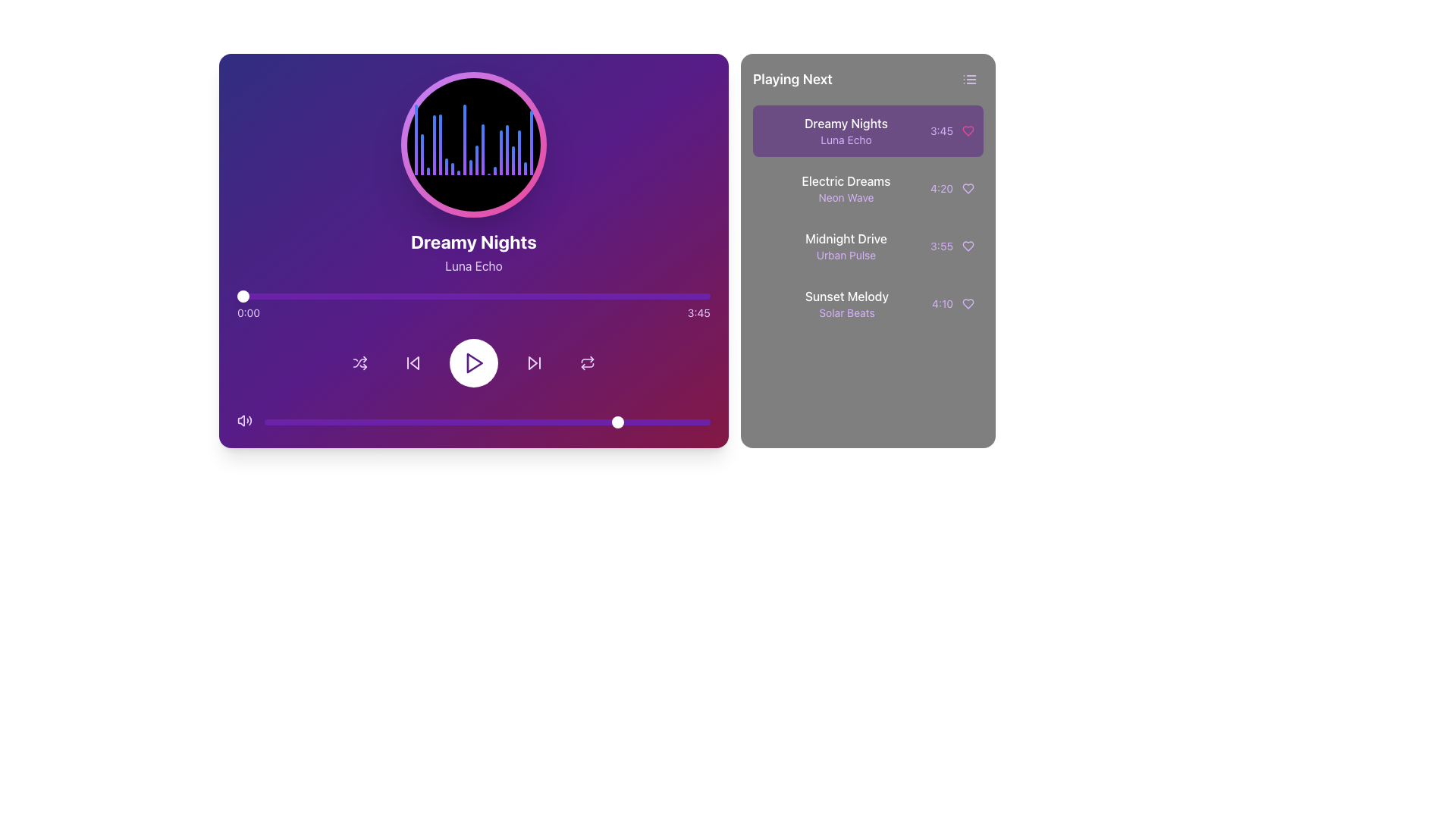  I want to click on the interactive icon next, so click(952, 188).